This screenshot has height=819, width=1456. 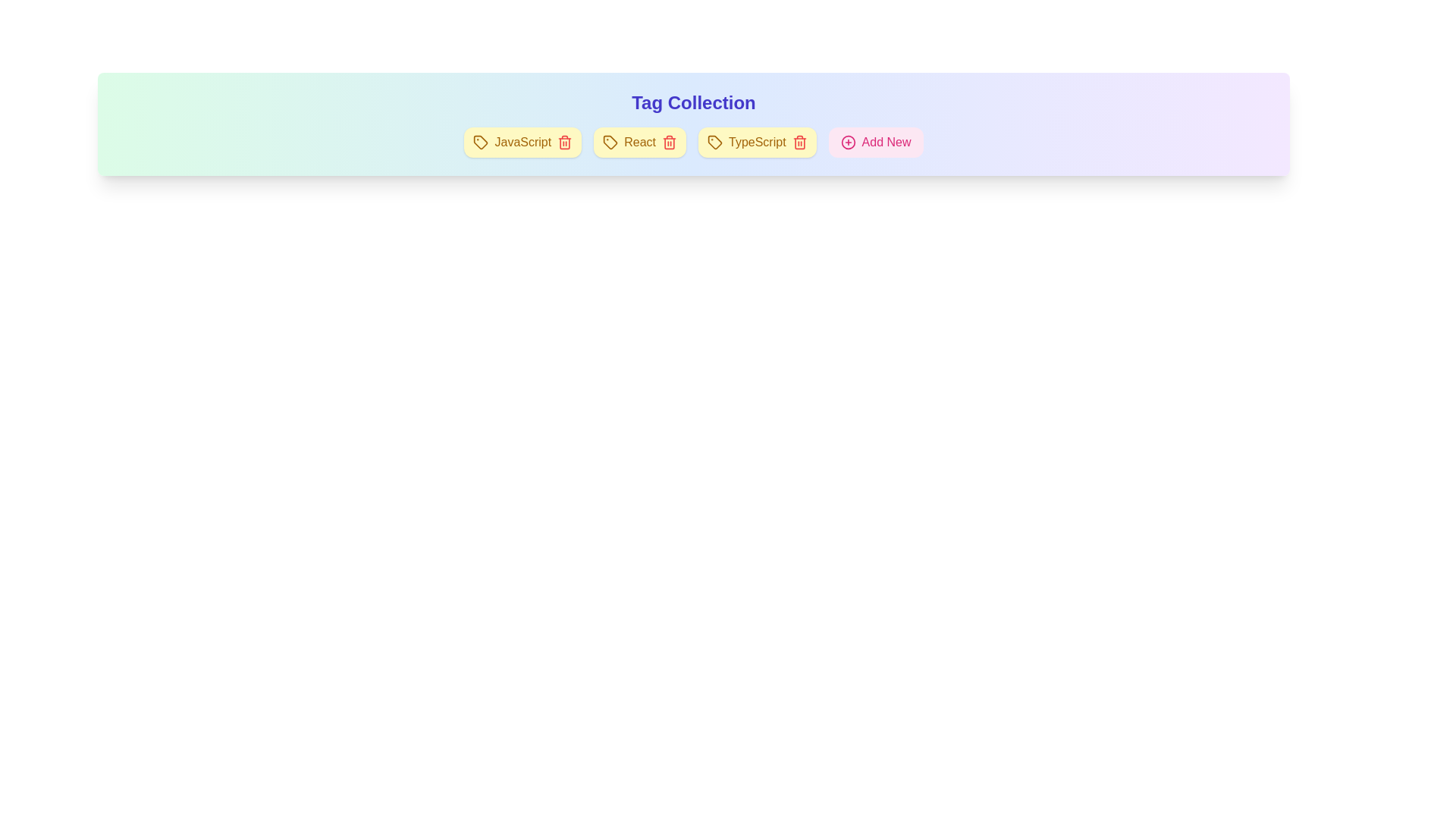 I want to click on the circular shape of the 'Add New' button located at the far-right side of the toolbar, which is part of the SVG icon element with a plus sign, so click(x=847, y=143).